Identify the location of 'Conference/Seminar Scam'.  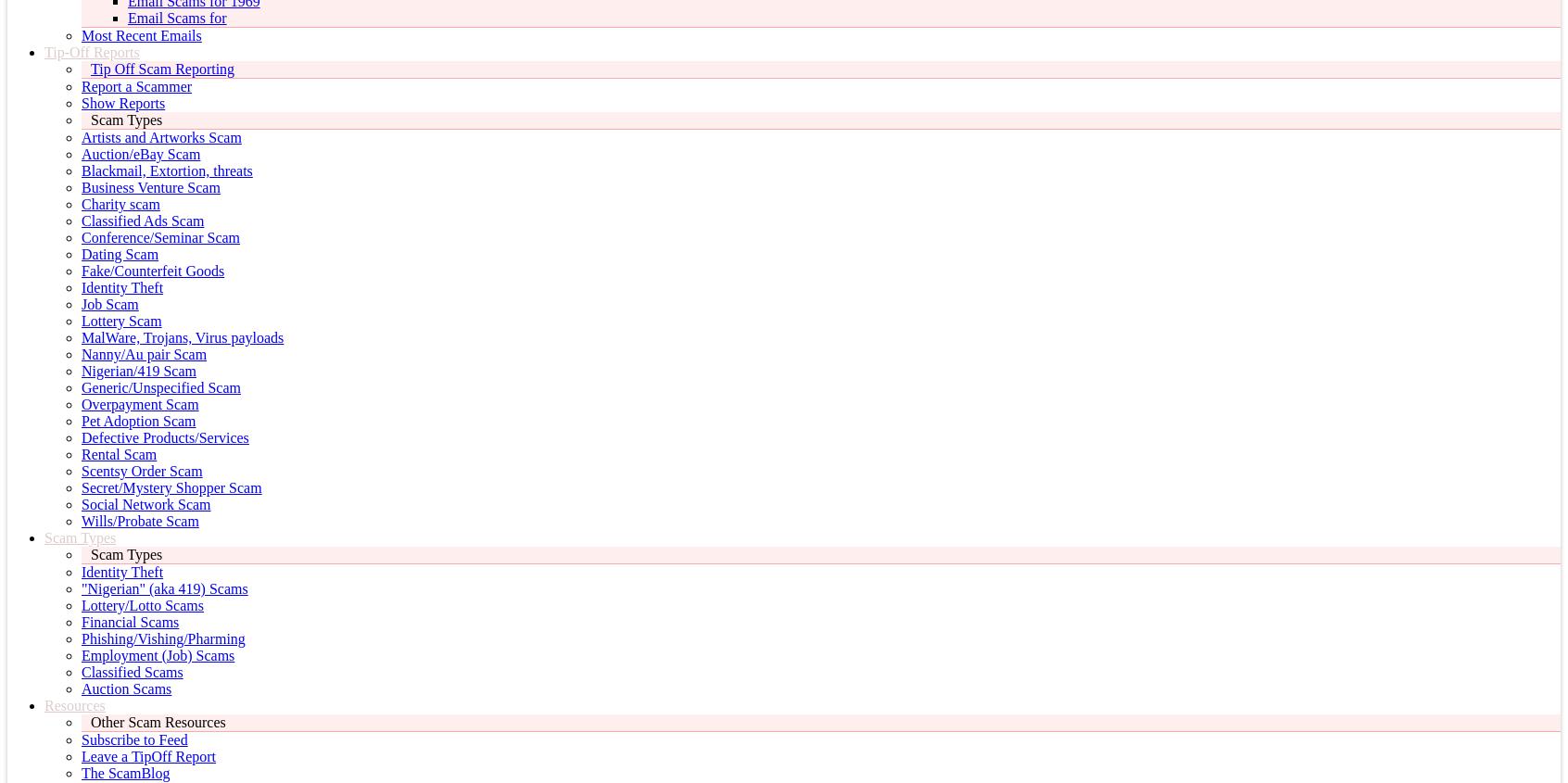
(159, 237).